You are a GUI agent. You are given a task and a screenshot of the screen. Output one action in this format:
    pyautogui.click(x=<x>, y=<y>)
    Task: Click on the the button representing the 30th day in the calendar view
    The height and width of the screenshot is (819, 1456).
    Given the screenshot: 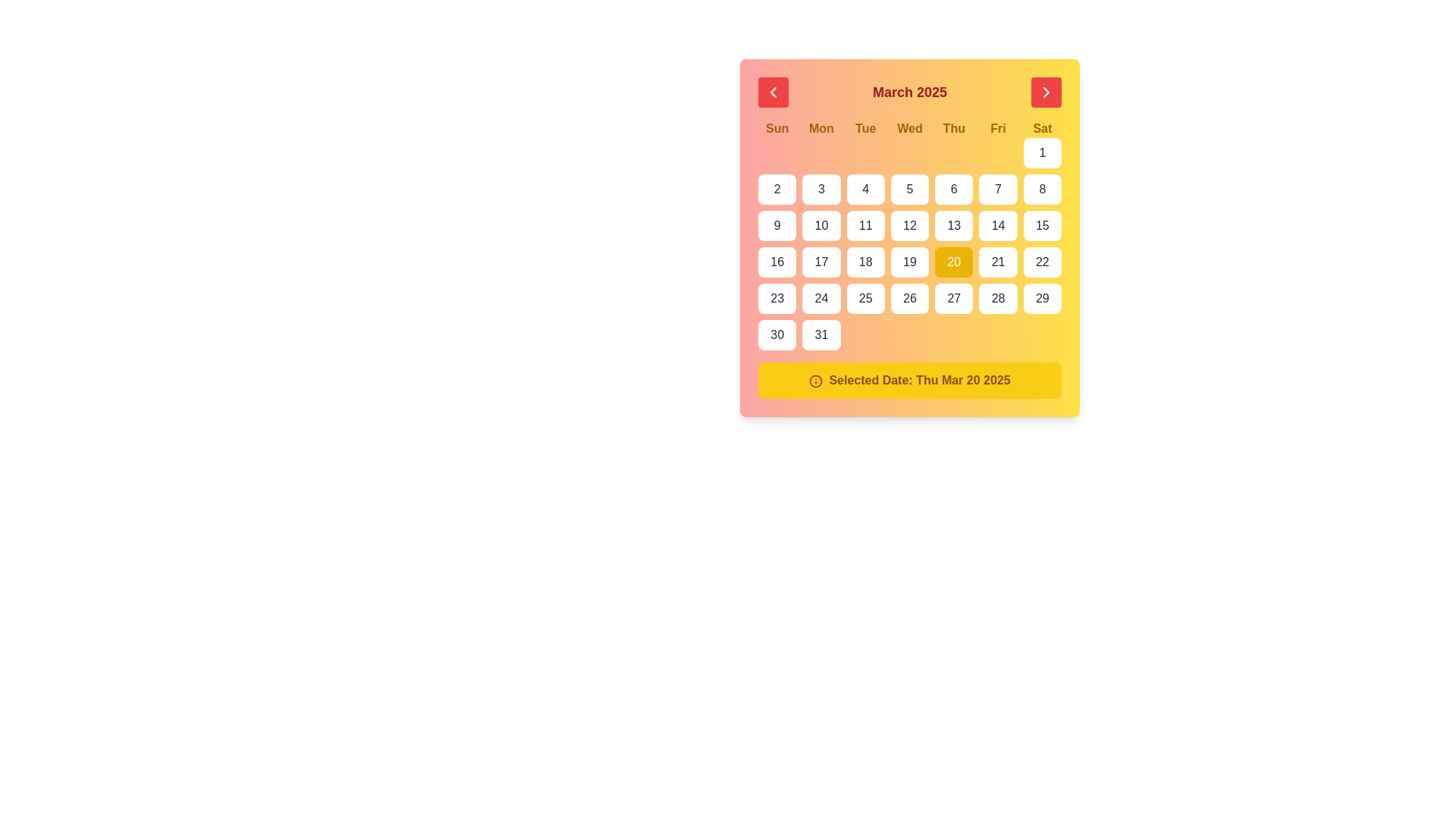 What is the action you would take?
    pyautogui.click(x=777, y=334)
    